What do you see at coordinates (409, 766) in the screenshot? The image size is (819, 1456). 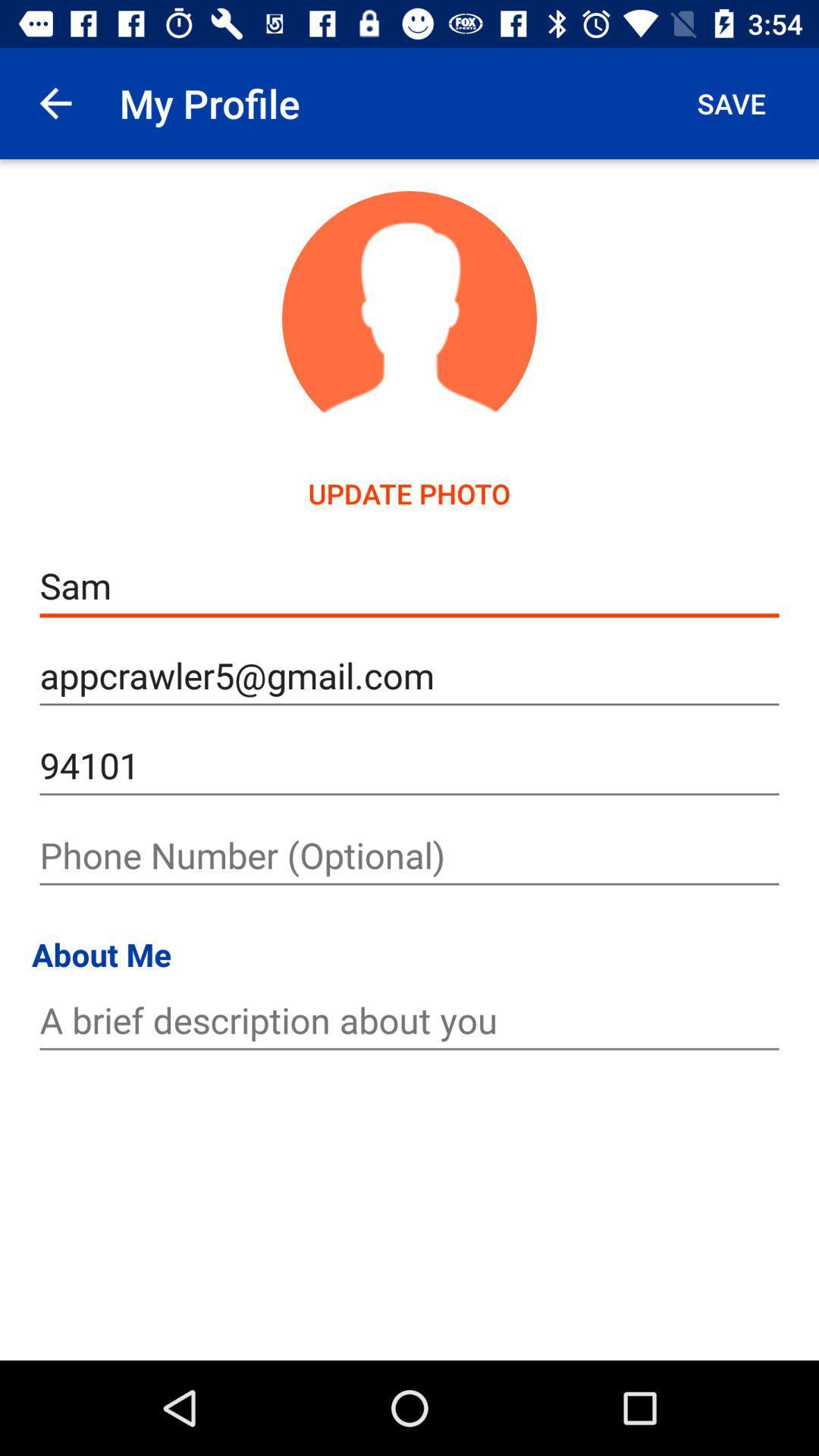 I see `94101 icon` at bounding box center [409, 766].